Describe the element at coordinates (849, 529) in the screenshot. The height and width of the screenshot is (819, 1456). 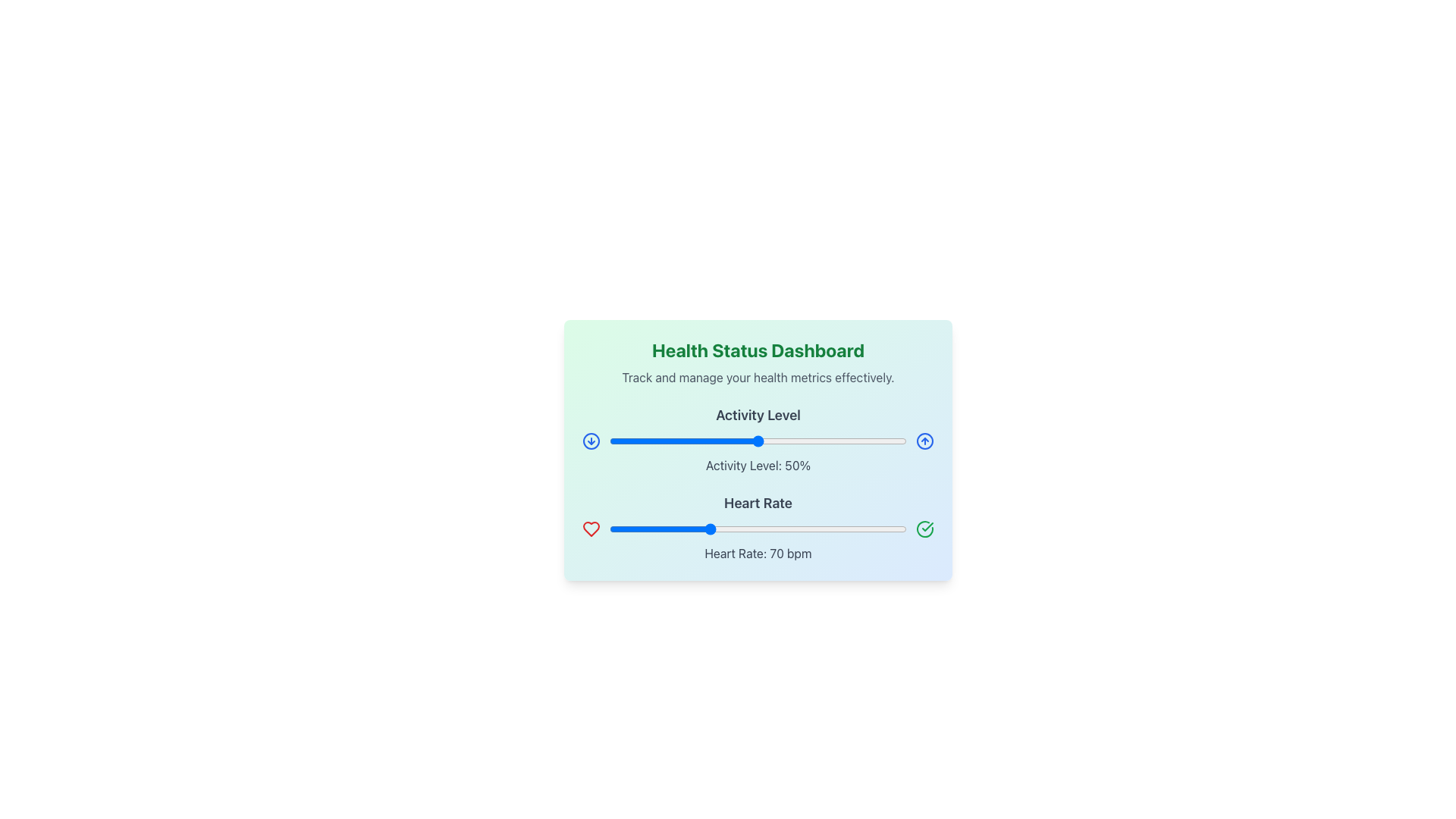
I see `heart rate` at that location.